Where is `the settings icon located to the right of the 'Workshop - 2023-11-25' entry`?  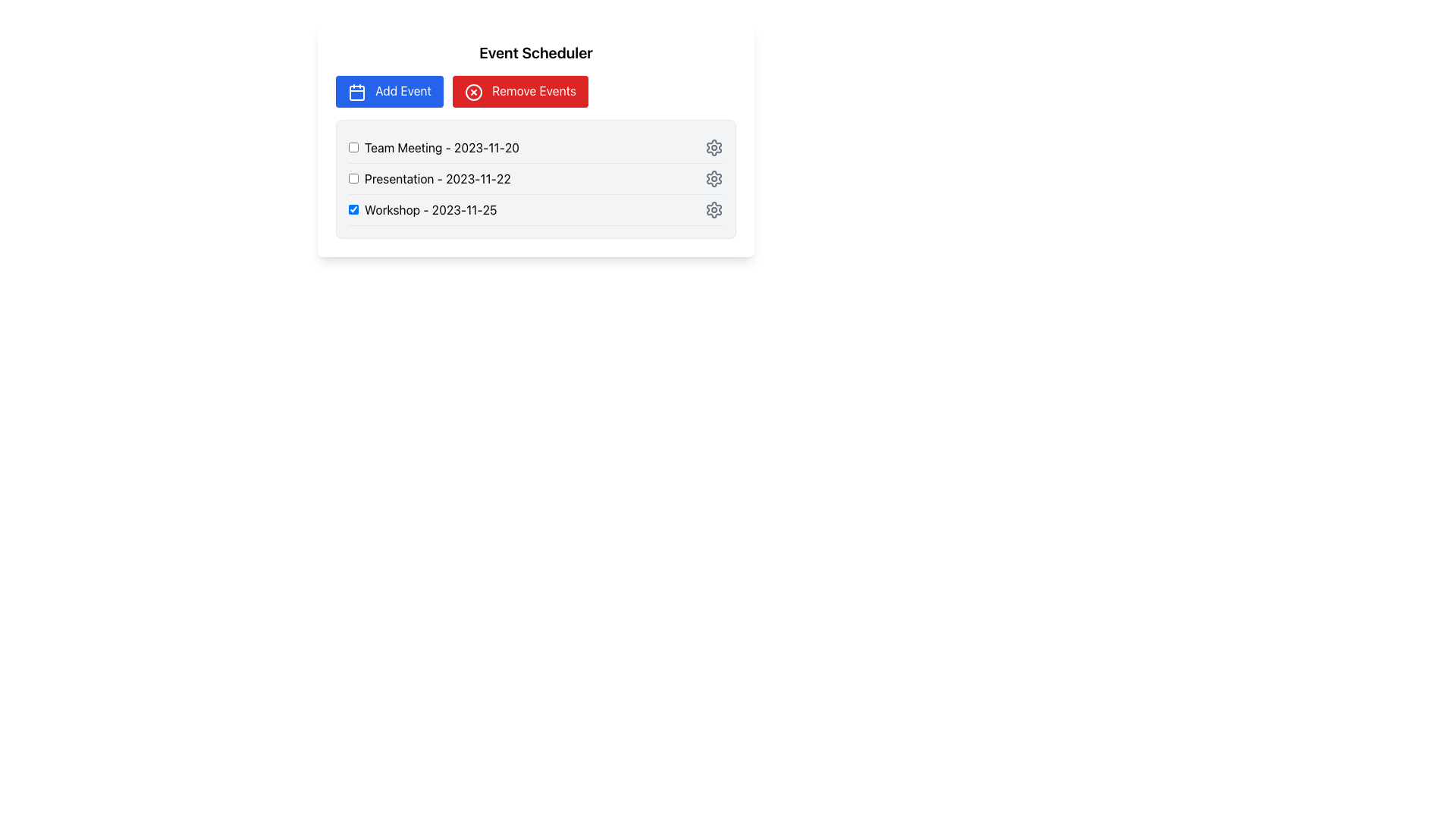
the settings icon located to the right of the 'Workshop - 2023-11-25' entry is located at coordinates (713, 209).